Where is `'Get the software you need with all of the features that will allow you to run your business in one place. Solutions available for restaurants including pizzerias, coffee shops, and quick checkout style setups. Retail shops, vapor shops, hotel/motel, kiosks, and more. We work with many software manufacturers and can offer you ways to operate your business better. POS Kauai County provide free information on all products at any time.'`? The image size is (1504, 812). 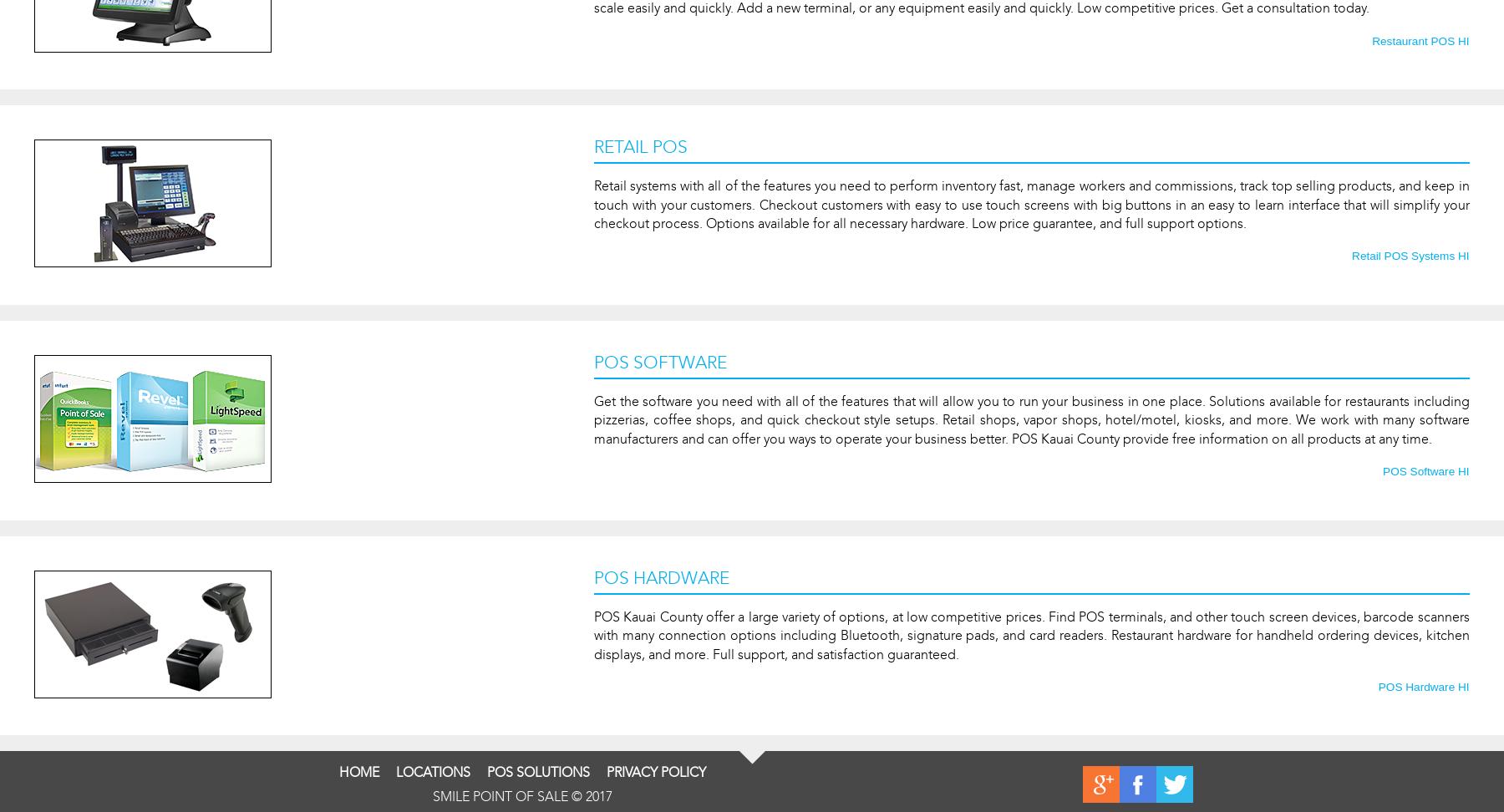 'Get the software you need with all of the features that will allow you to run your business in one place. Solutions available for restaurants including pizzerias, coffee shops, and quick checkout style setups. Retail shops, vapor shops, hotel/motel, kiosks, and more. We work with many software manufacturers and can offer you ways to operate your business better. POS Kauai County provide free information on all products at any time.' is located at coordinates (1030, 419).